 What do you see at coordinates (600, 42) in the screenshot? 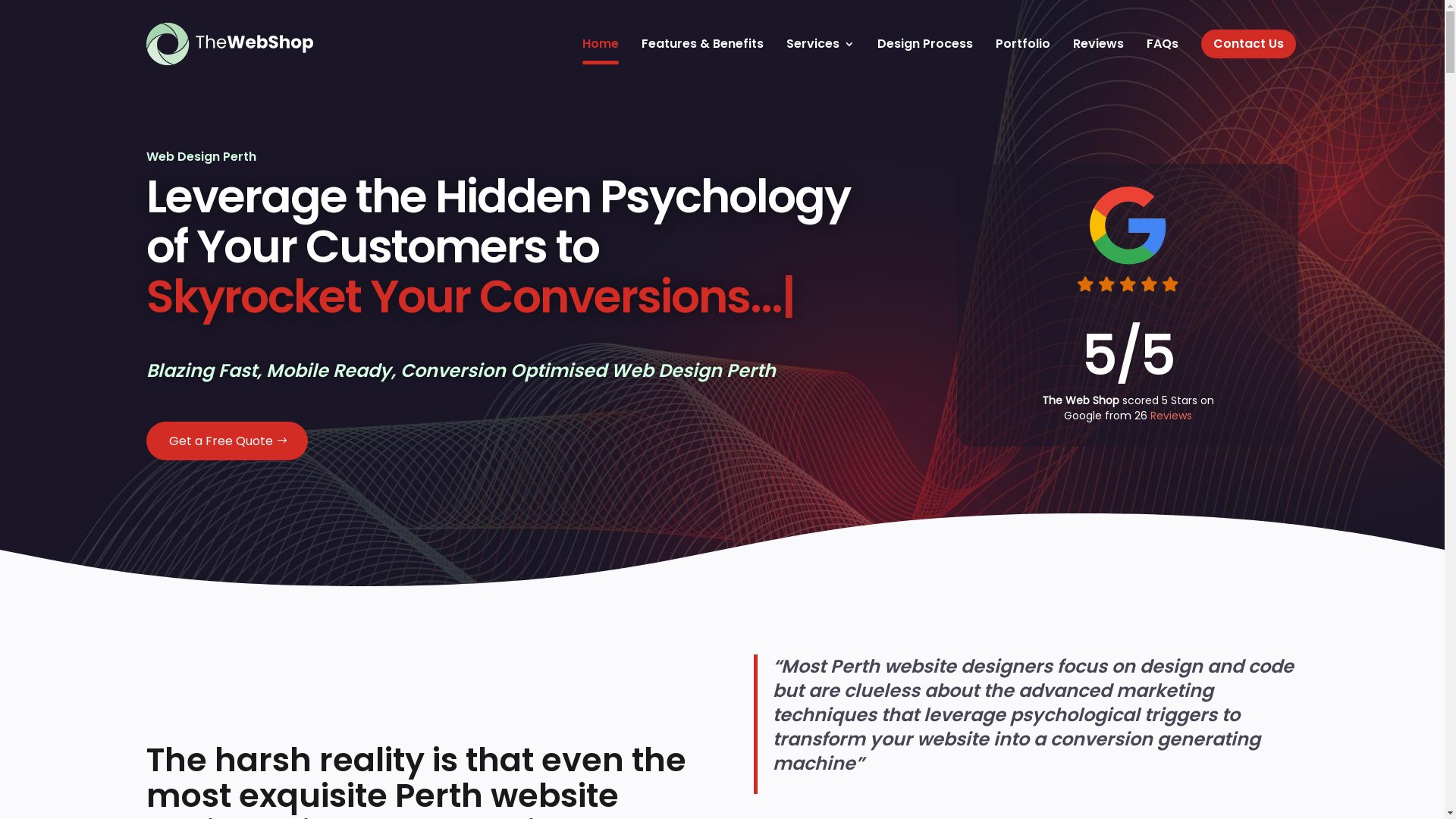
I see `'Home'` at bounding box center [600, 42].